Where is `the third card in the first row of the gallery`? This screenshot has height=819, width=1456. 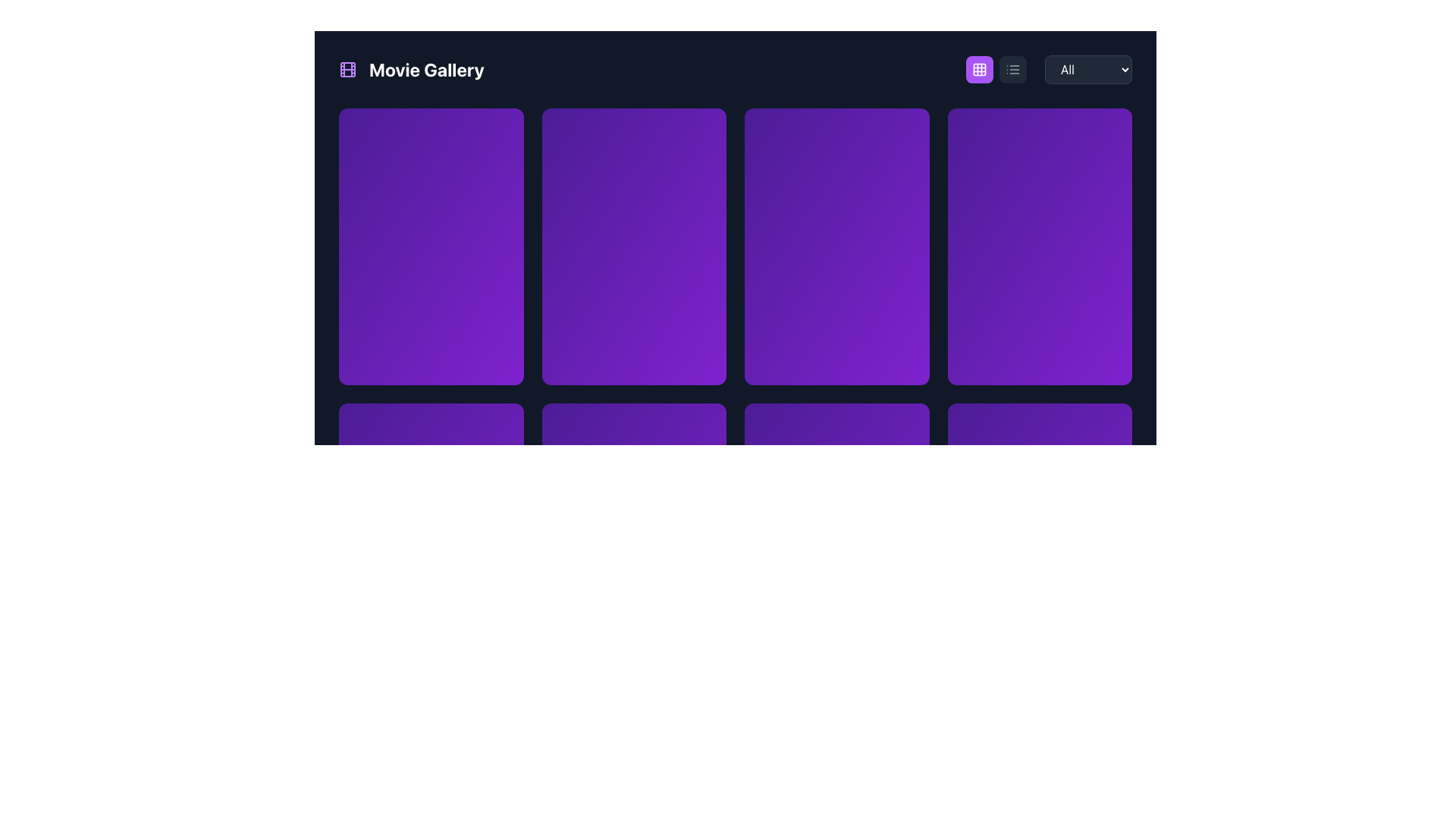 the third card in the first row of the gallery is located at coordinates (836, 246).